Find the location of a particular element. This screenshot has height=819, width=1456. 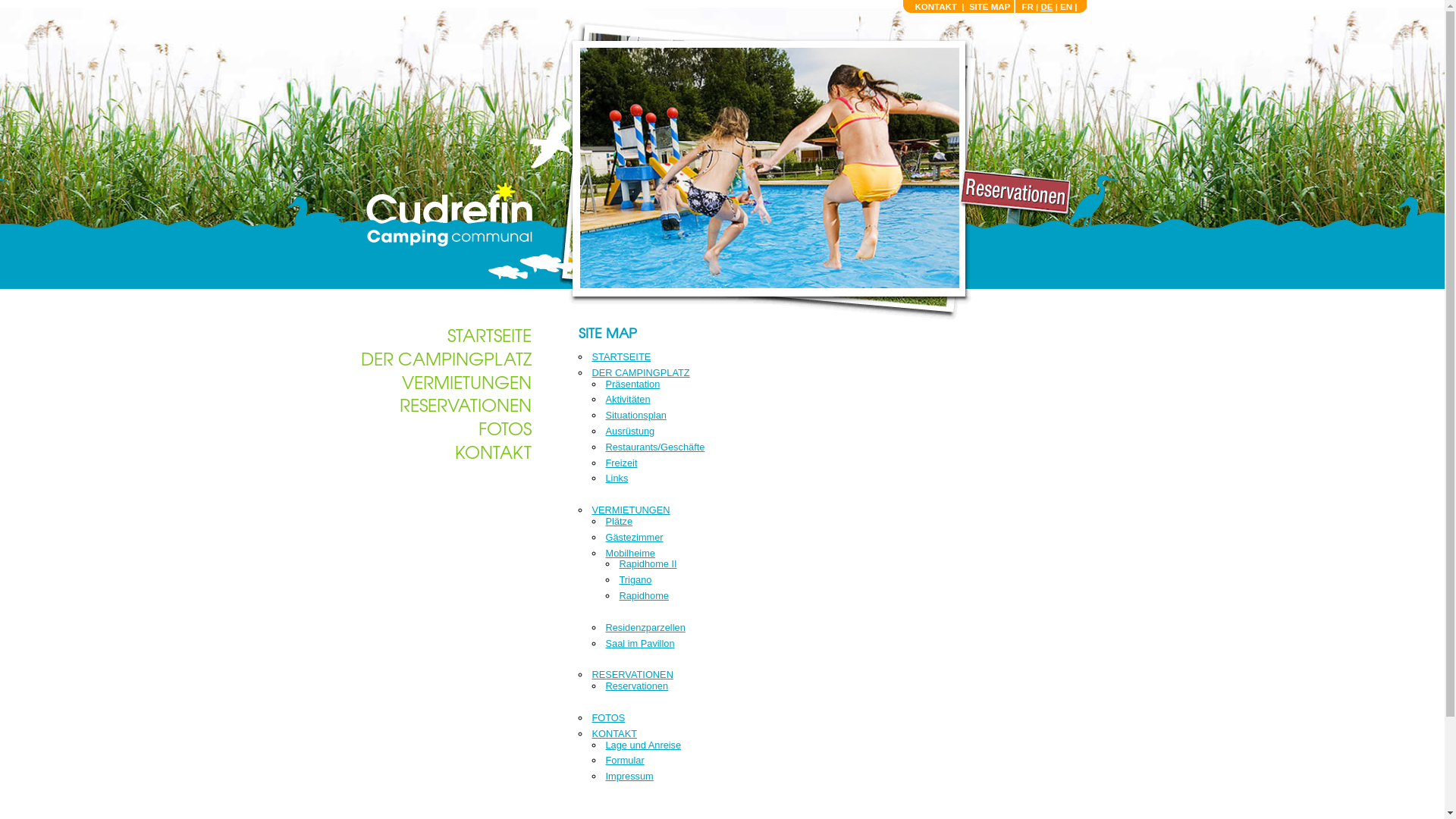

'Trigano' is located at coordinates (635, 579).